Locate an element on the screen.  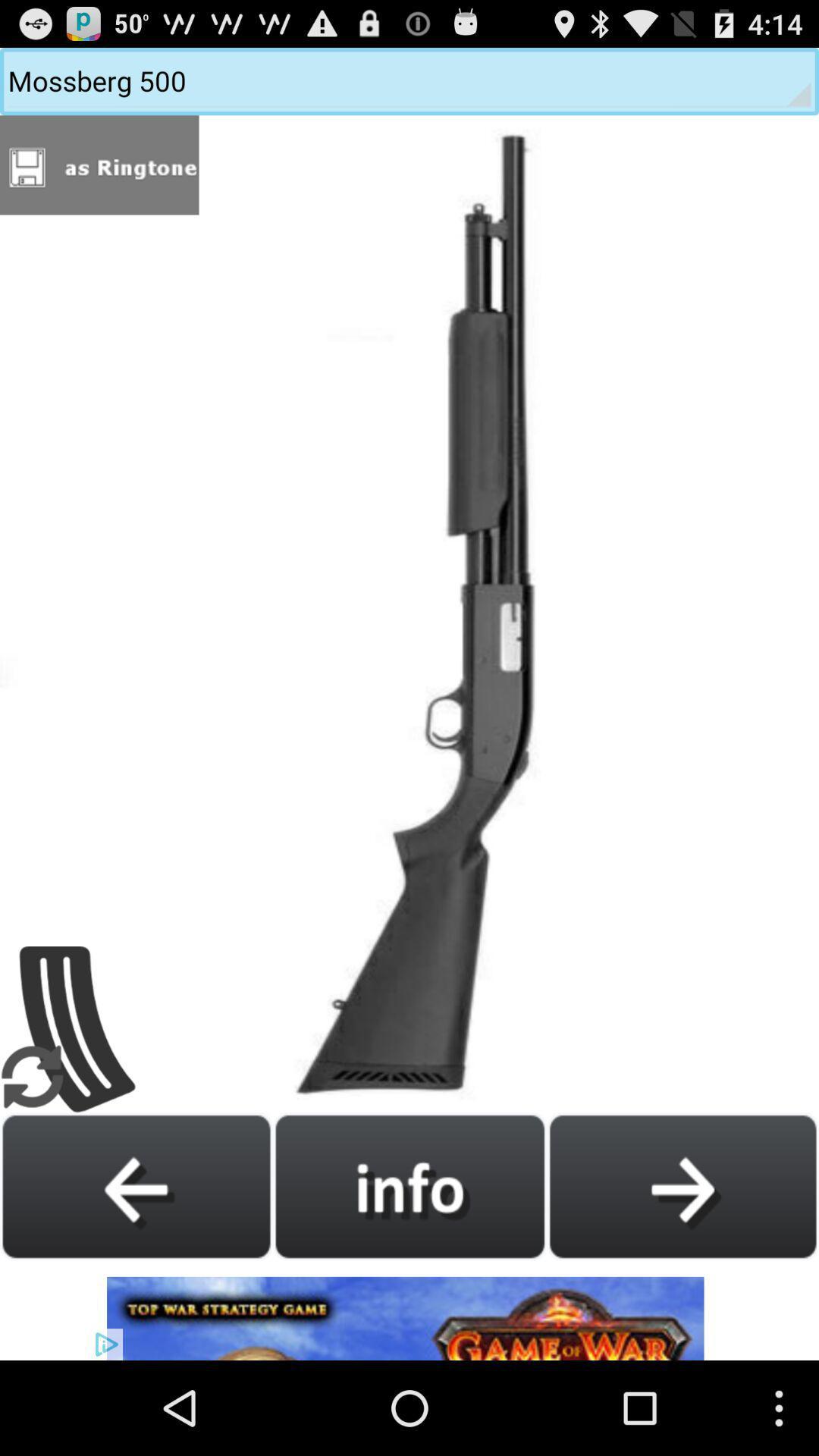
advertisement website is located at coordinates (409, 1310).